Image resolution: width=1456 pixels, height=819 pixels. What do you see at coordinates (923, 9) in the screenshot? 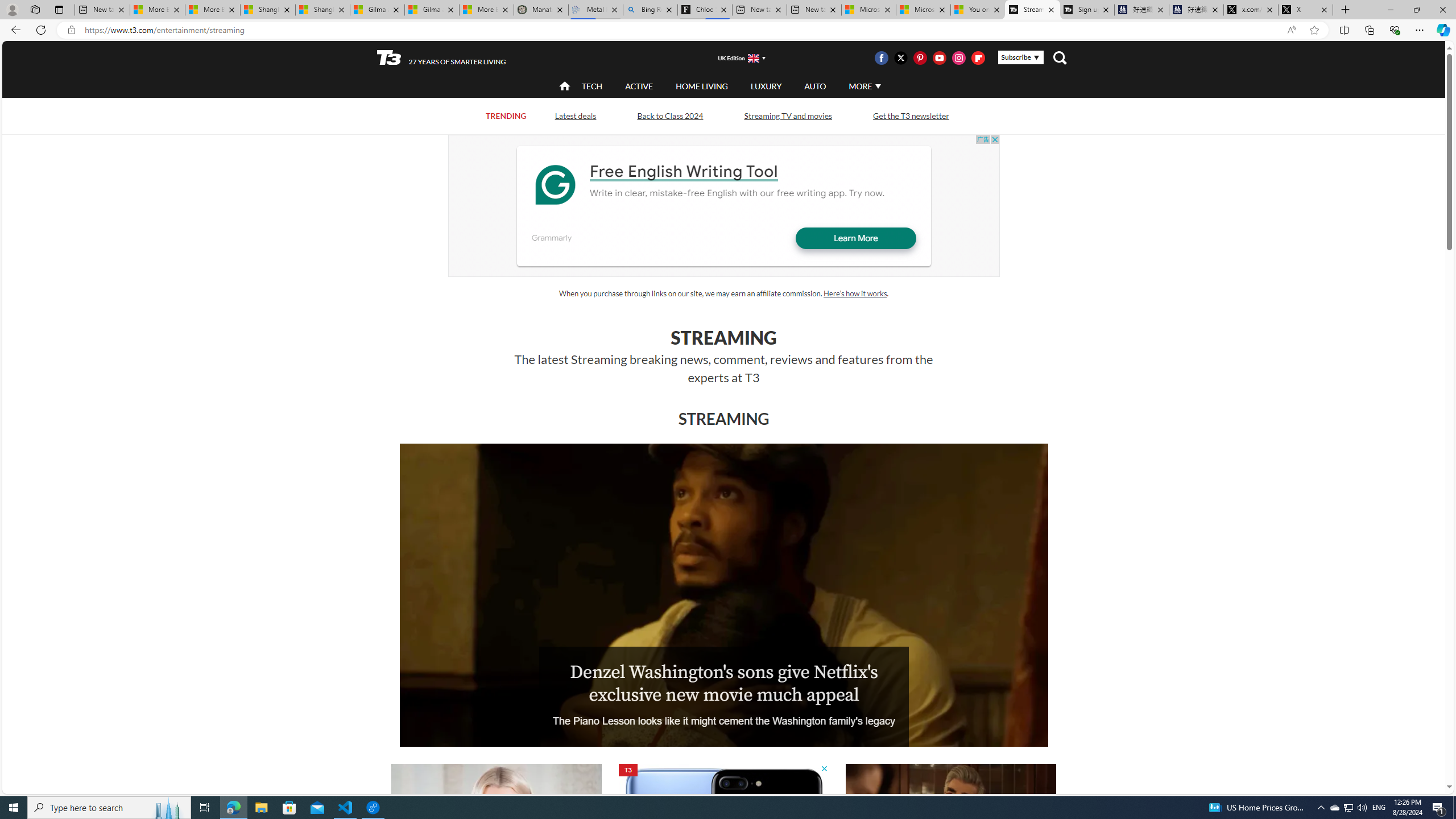
I see `'Microsoft Start'` at bounding box center [923, 9].